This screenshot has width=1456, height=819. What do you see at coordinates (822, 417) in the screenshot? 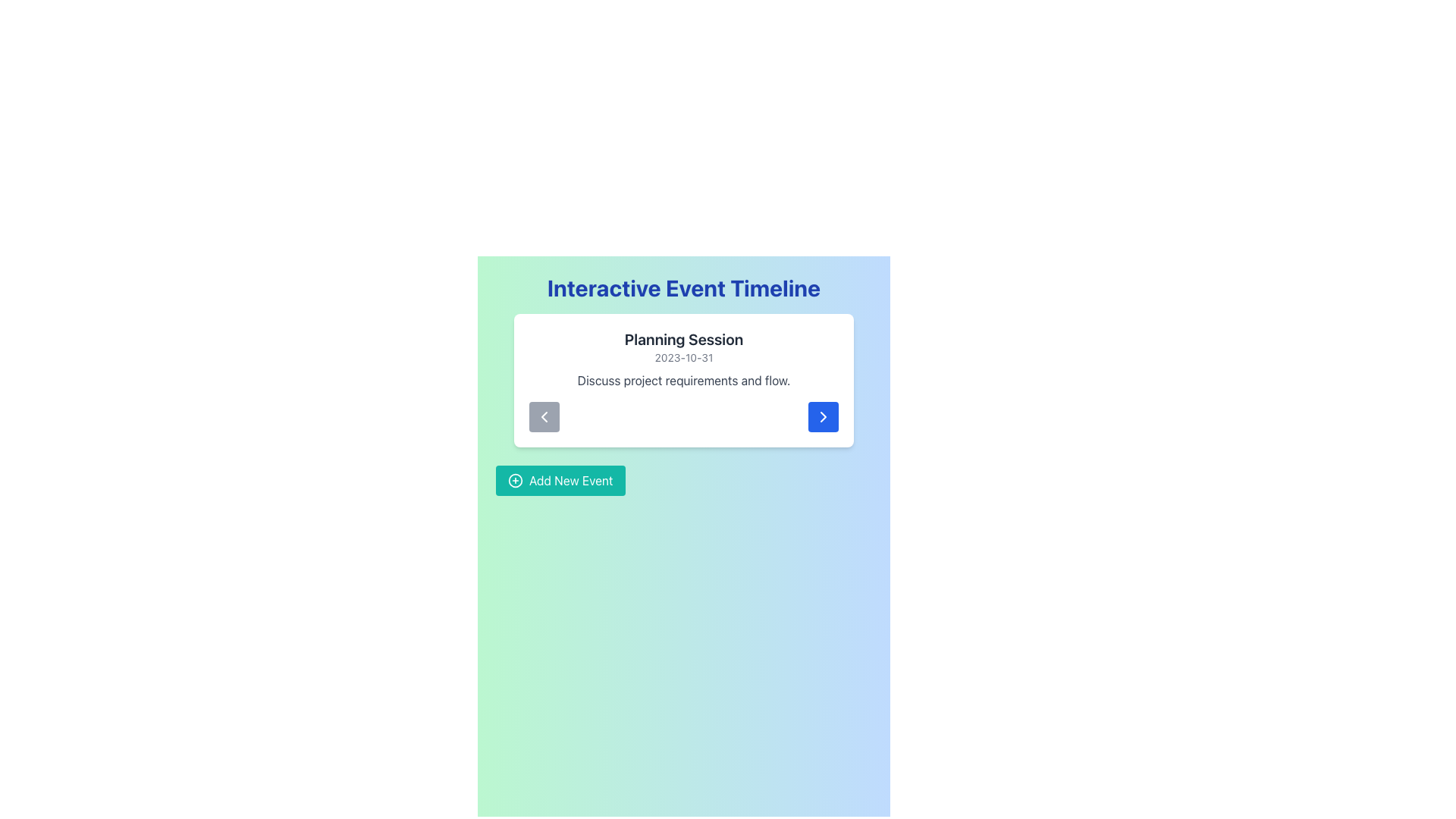
I see `the right-pointing arrow icon, which is styled with a thin outline and rounded edges, located within a blue button in the top-right corner of the white card about a planning session` at bounding box center [822, 417].